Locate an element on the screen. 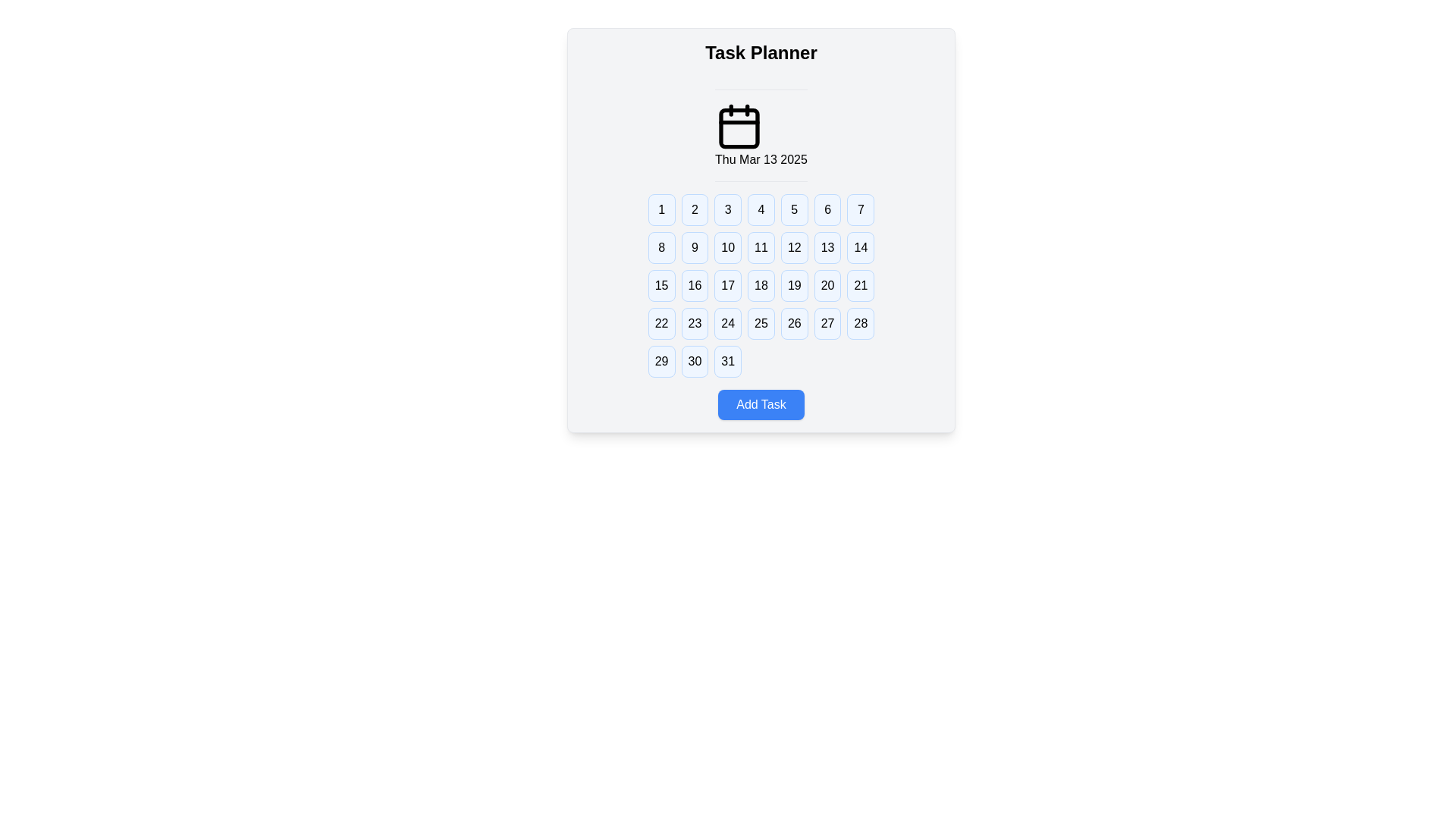  the calendar button representing the 13th day, located in the second row and sixth column of the calendar grid beneath the 'Task Planner' title is located at coordinates (827, 247).